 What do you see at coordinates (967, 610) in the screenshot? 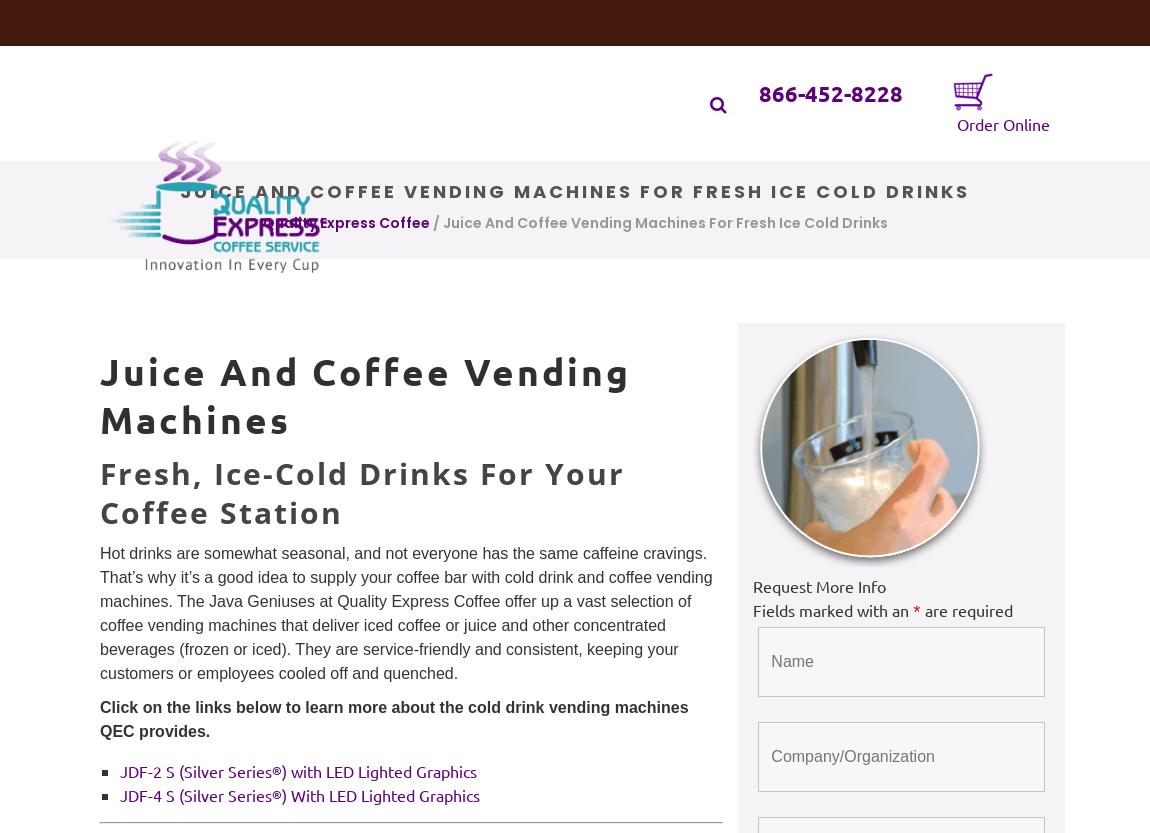
I see `'are required'` at bounding box center [967, 610].